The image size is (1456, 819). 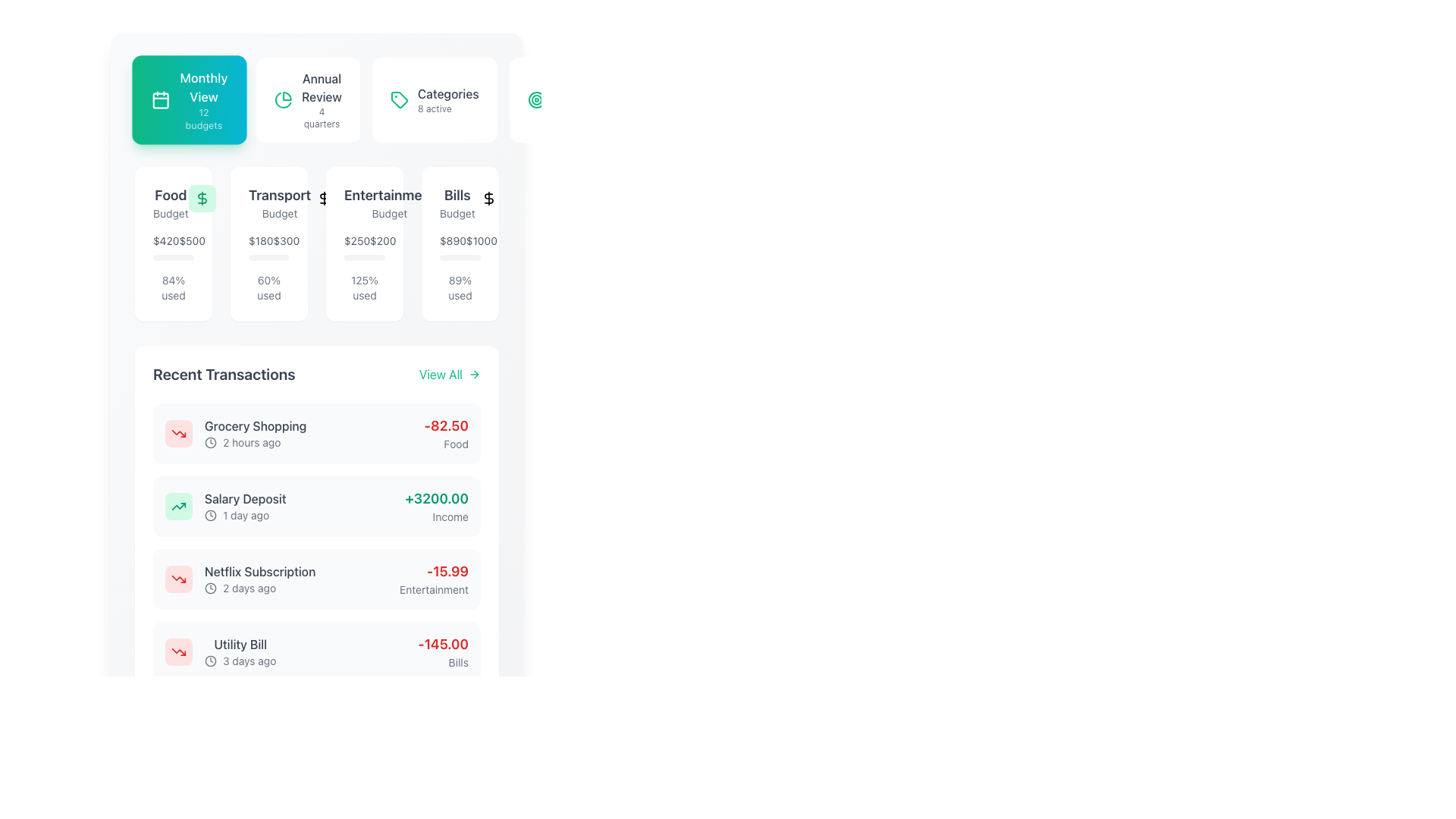 What do you see at coordinates (280, 195) in the screenshot?
I see `the 'Transport' text label, which serves as the title for the budget item in the Monthly View section, located in the second column above the 'Budget' label` at bounding box center [280, 195].